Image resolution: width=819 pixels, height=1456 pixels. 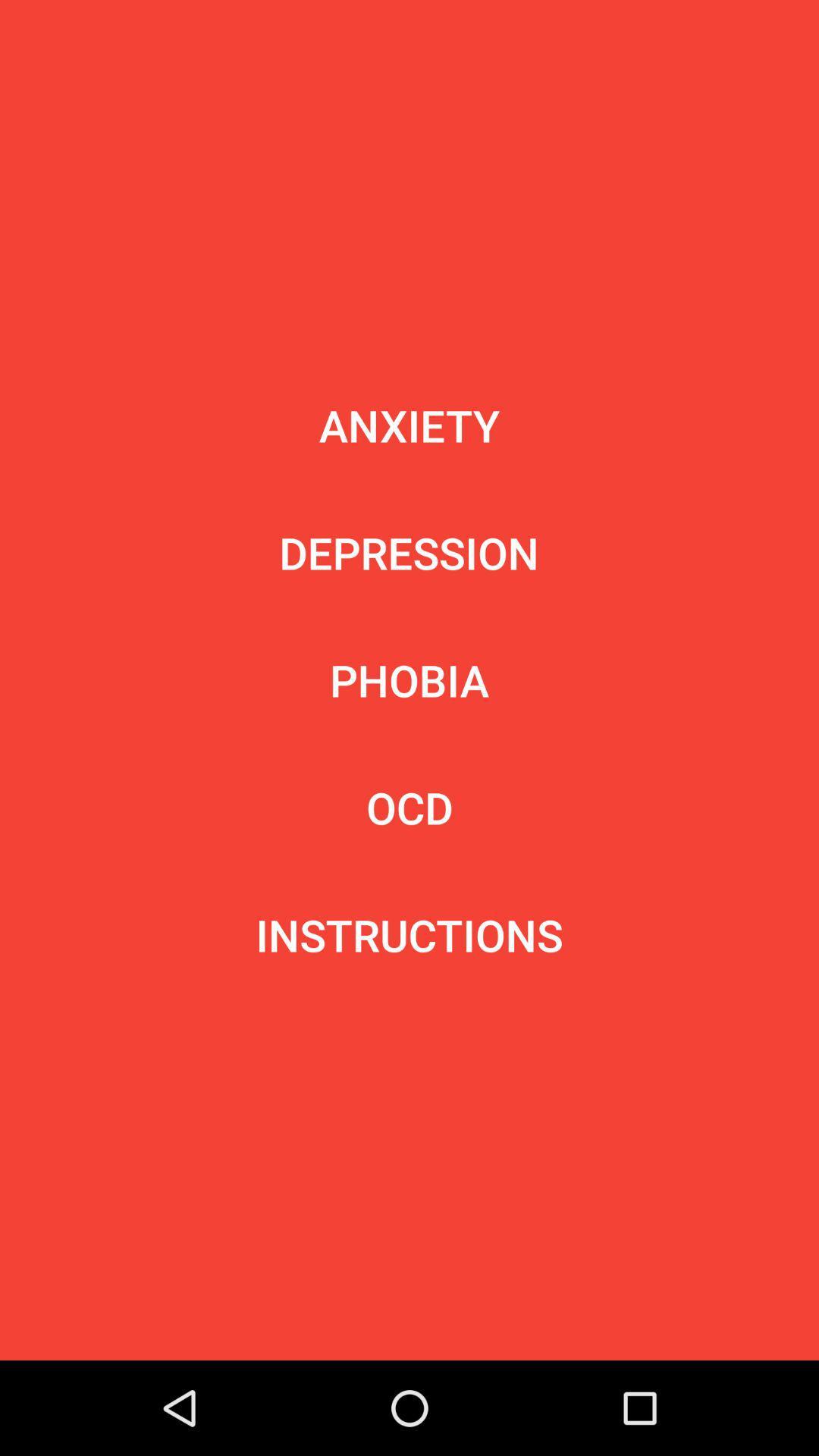 I want to click on the anxiety at the top, so click(x=409, y=425).